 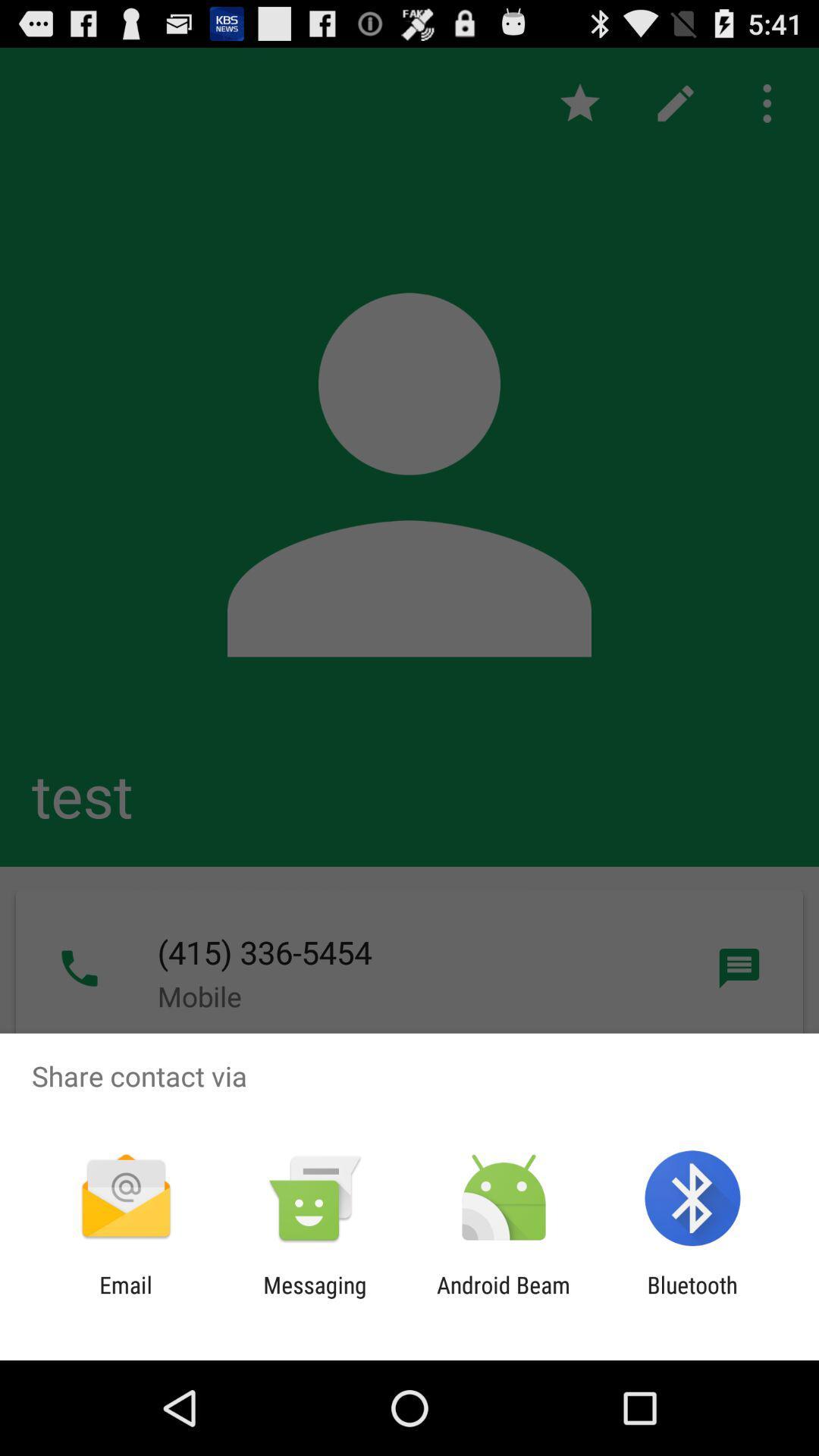 What do you see at coordinates (125, 1298) in the screenshot?
I see `email` at bounding box center [125, 1298].